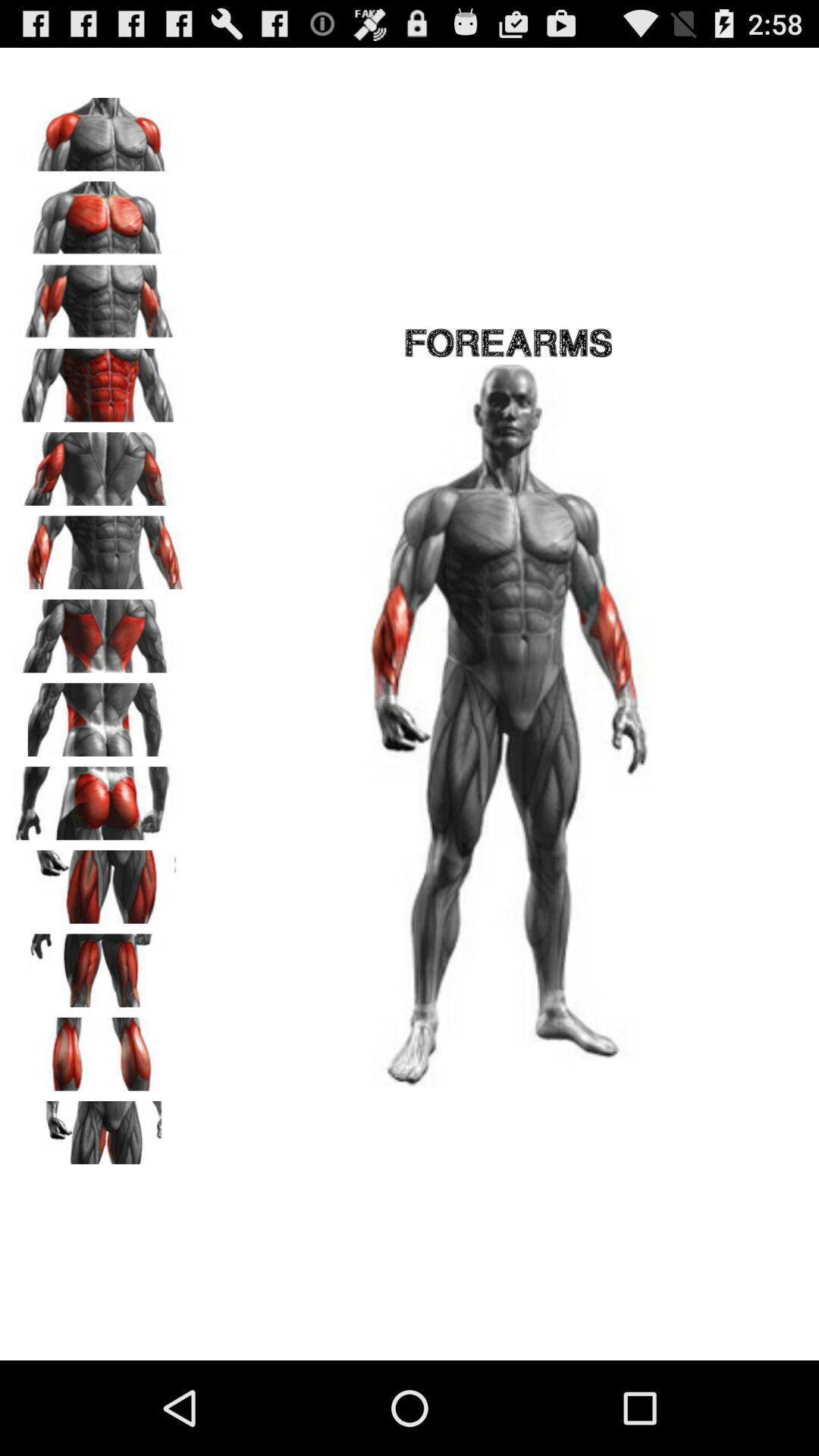 This screenshot has height=1456, width=819. Describe the element at coordinates (99, 1122) in the screenshot. I see `the pause icon` at that location.